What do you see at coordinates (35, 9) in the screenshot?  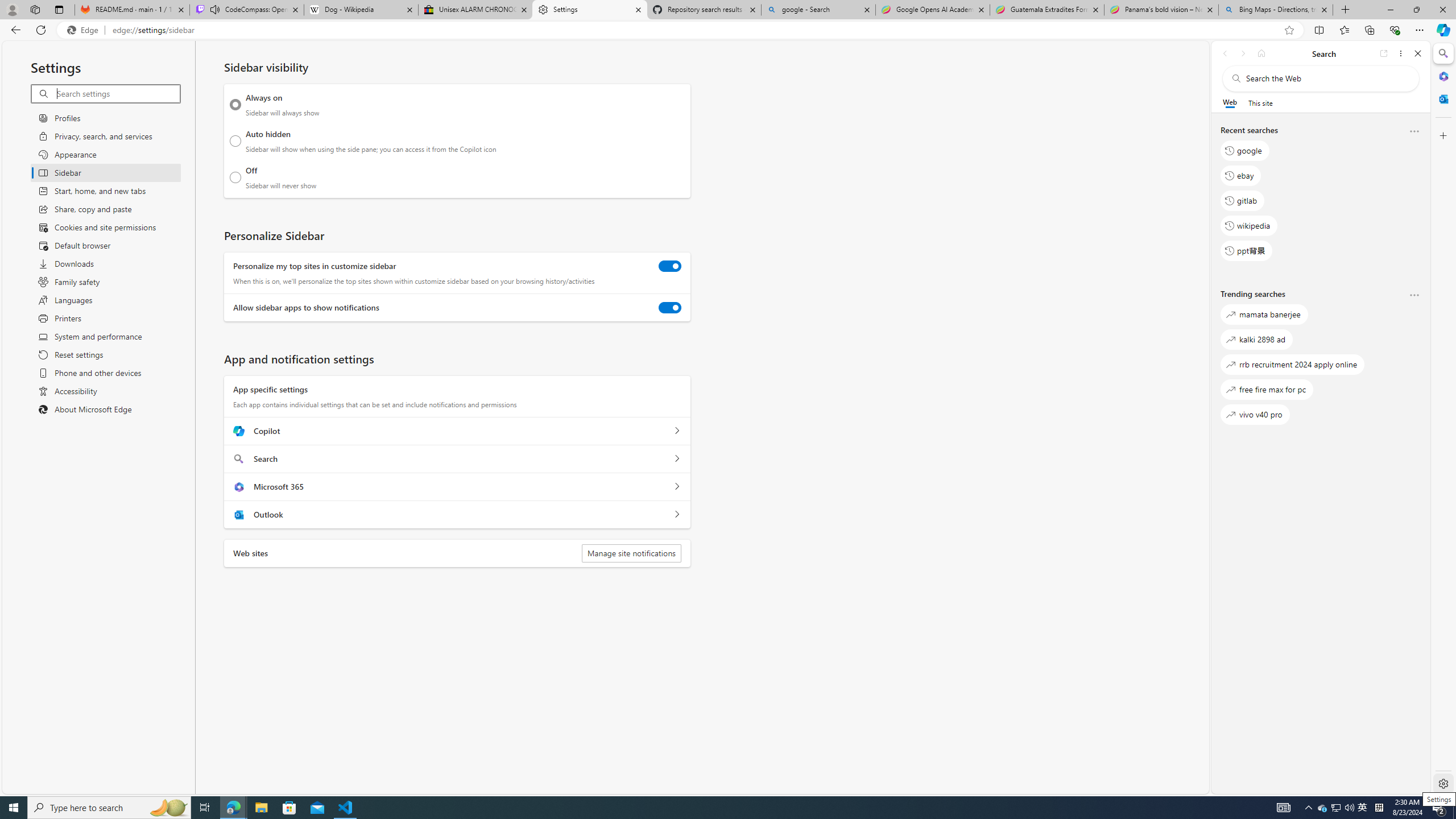 I see `'Workspaces'` at bounding box center [35, 9].